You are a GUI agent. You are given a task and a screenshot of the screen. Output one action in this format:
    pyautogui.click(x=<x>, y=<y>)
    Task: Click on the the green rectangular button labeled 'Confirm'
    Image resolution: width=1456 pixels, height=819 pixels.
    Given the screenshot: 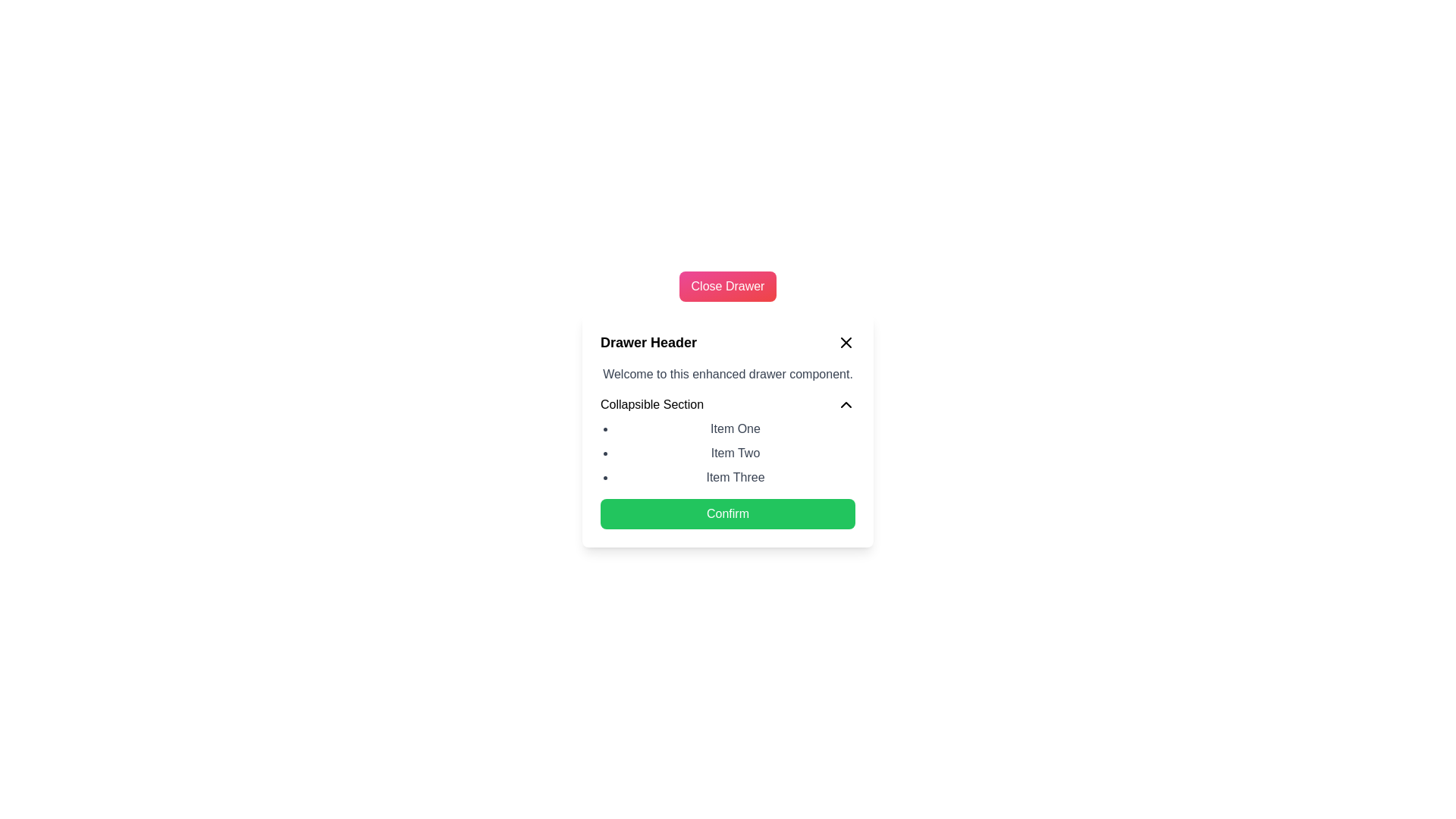 What is the action you would take?
    pyautogui.click(x=728, y=513)
    